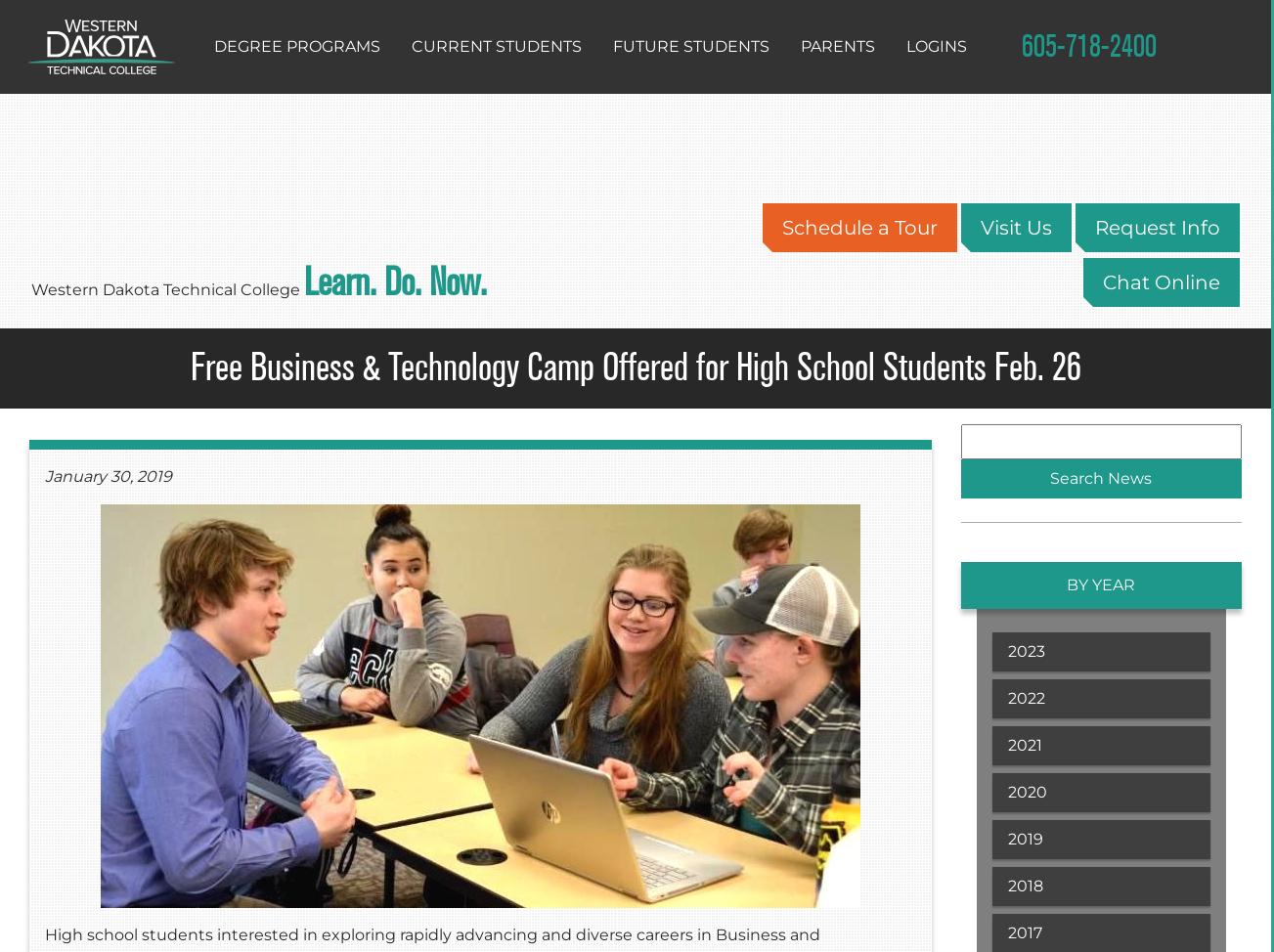 The image size is (1274, 952). Describe the element at coordinates (497, 46) in the screenshot. I see `'Current Students'` at that location.